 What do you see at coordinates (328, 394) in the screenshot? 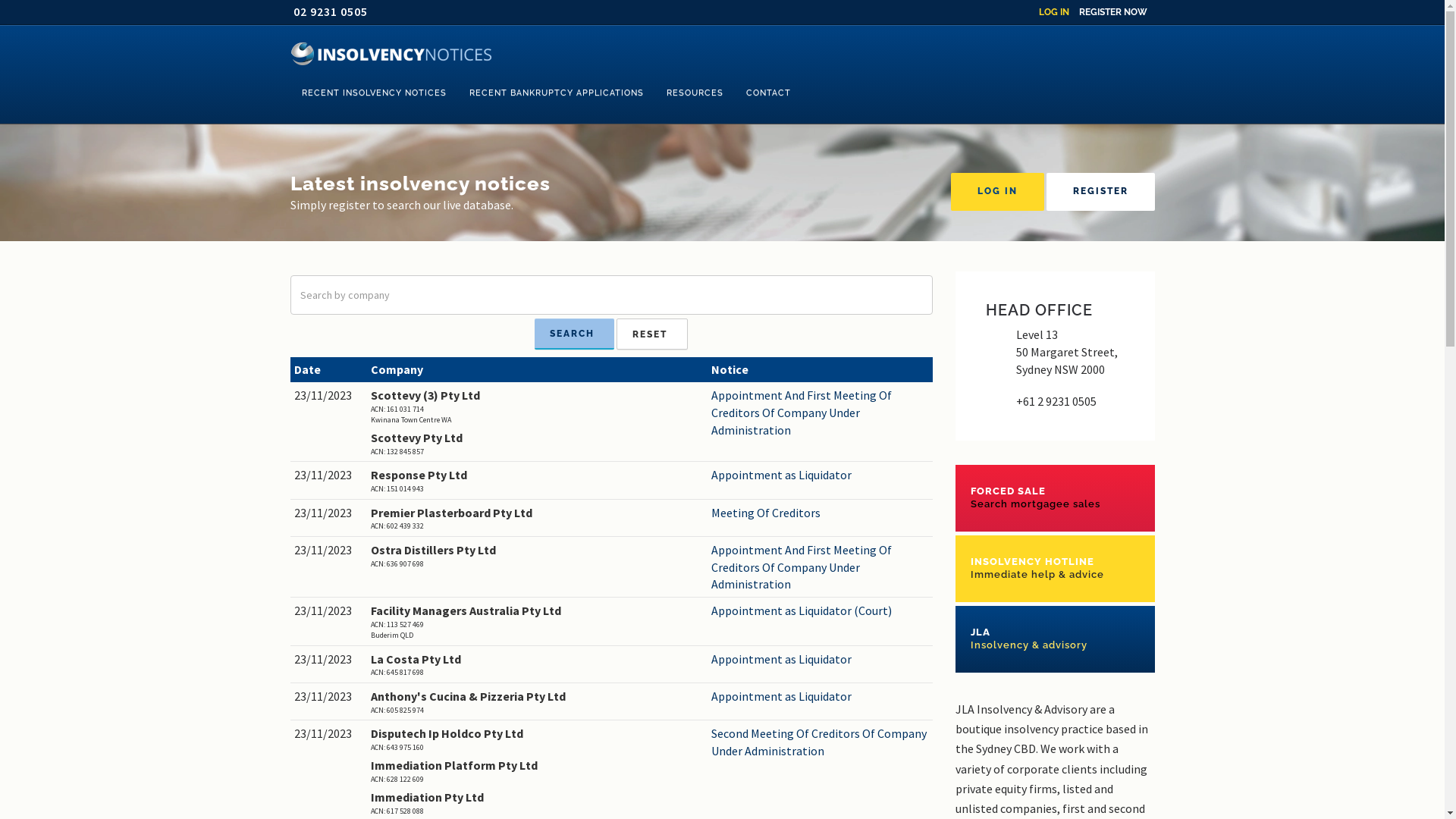
I see `'23/11/2023'` at bounding box center [328, 394].